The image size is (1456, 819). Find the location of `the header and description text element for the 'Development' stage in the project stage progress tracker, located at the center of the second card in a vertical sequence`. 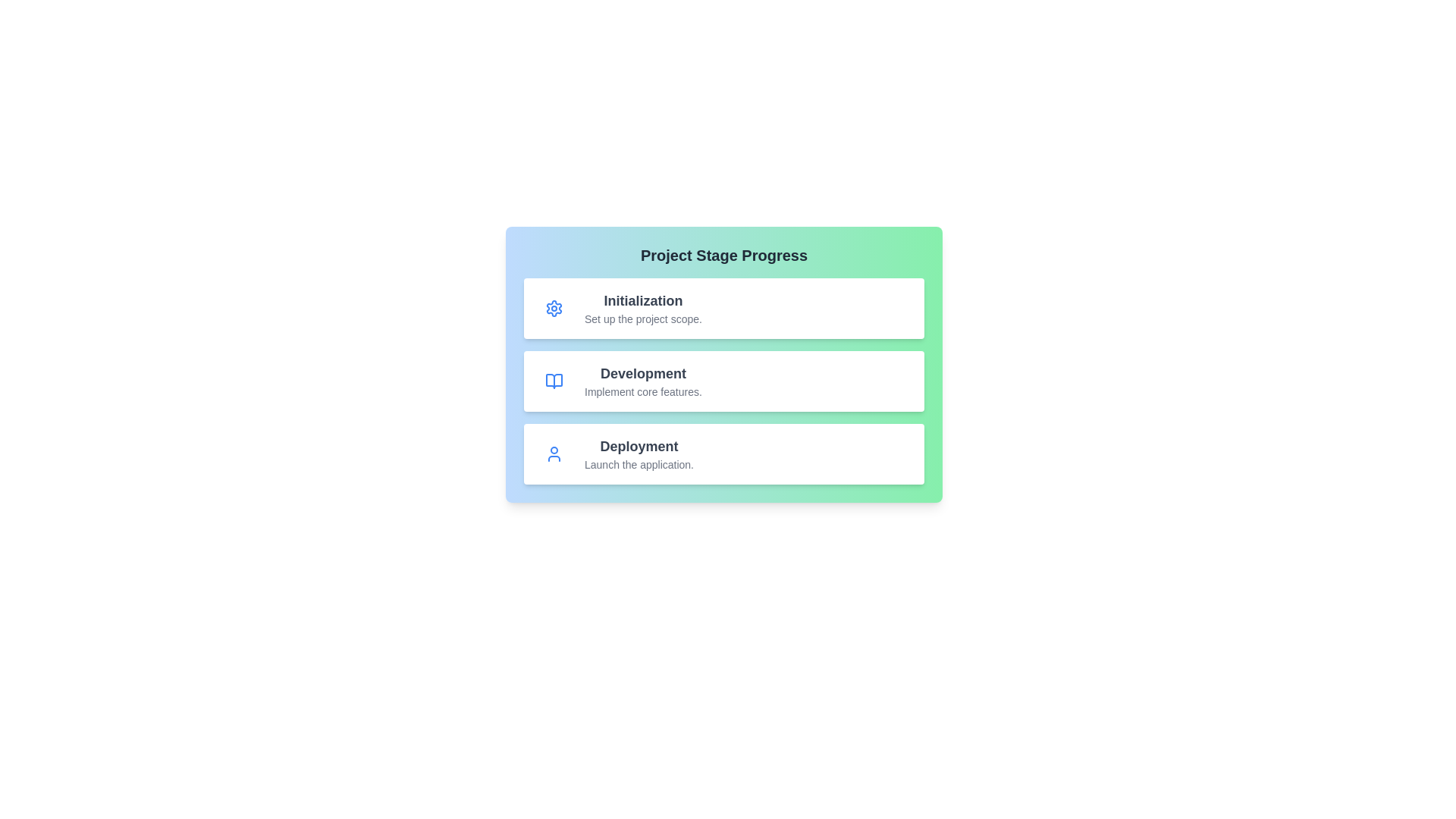

the header and description text element for the 'Development' stage in the project stage progress tracker, located at the center of the second card in a vertical sequence is located at coordinates (643, 380).